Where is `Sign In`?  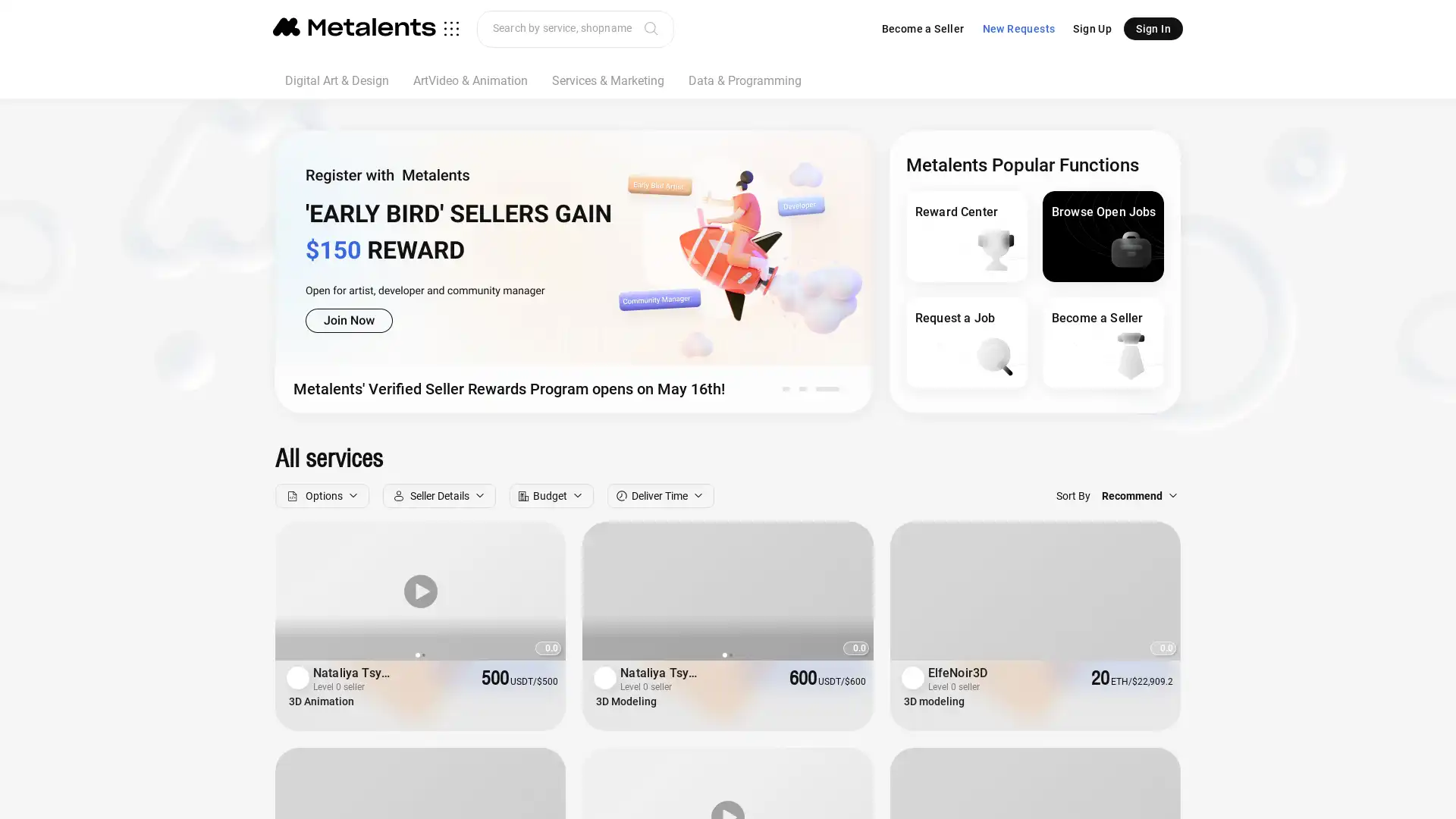
Sign In is located at coordinates (1153, 29).